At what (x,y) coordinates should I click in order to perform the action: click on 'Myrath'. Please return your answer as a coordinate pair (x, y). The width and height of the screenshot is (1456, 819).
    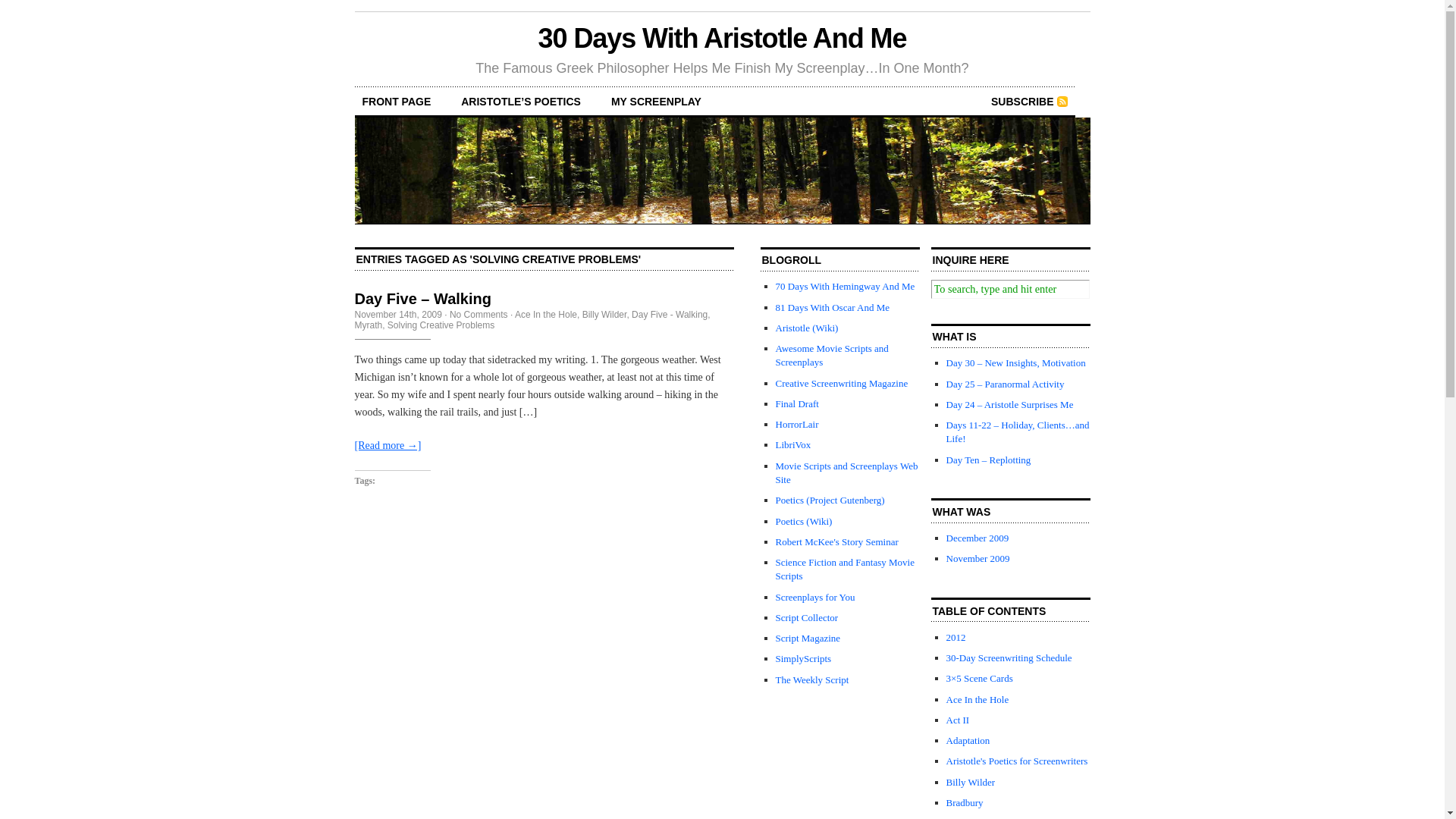
    Looking at the image, I should click on (369, 324).